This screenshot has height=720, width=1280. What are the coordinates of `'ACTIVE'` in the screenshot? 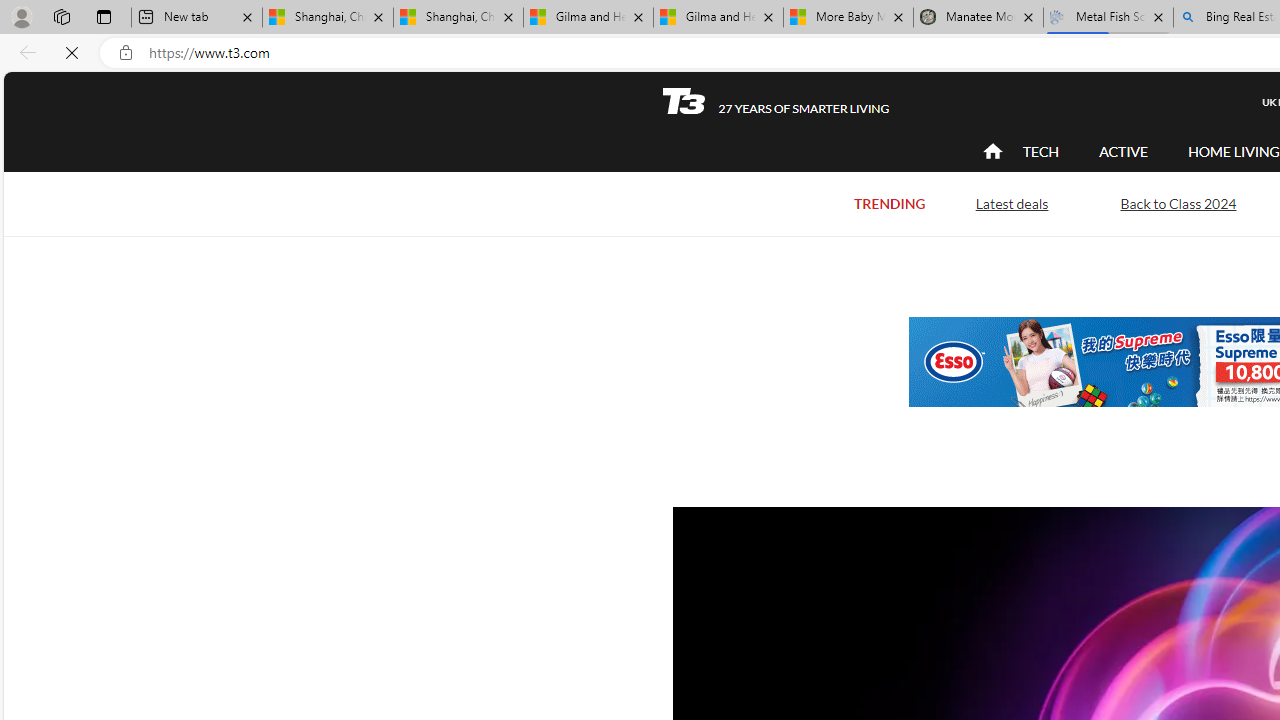 It's located at (1124, 150).